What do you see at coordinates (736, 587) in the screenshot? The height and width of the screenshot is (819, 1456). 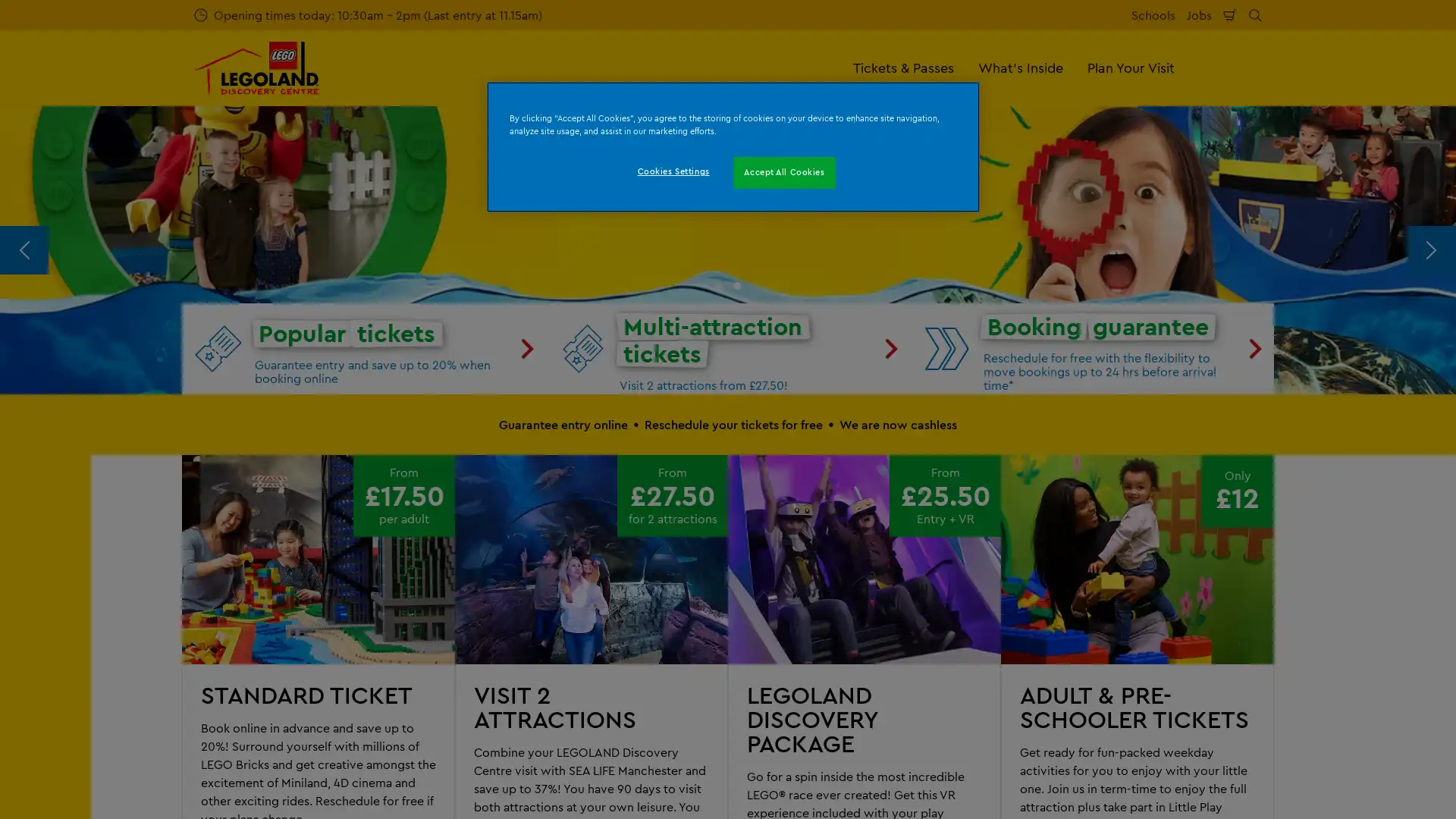 I see `Go to slide 2` at bounding box center [736, 587].